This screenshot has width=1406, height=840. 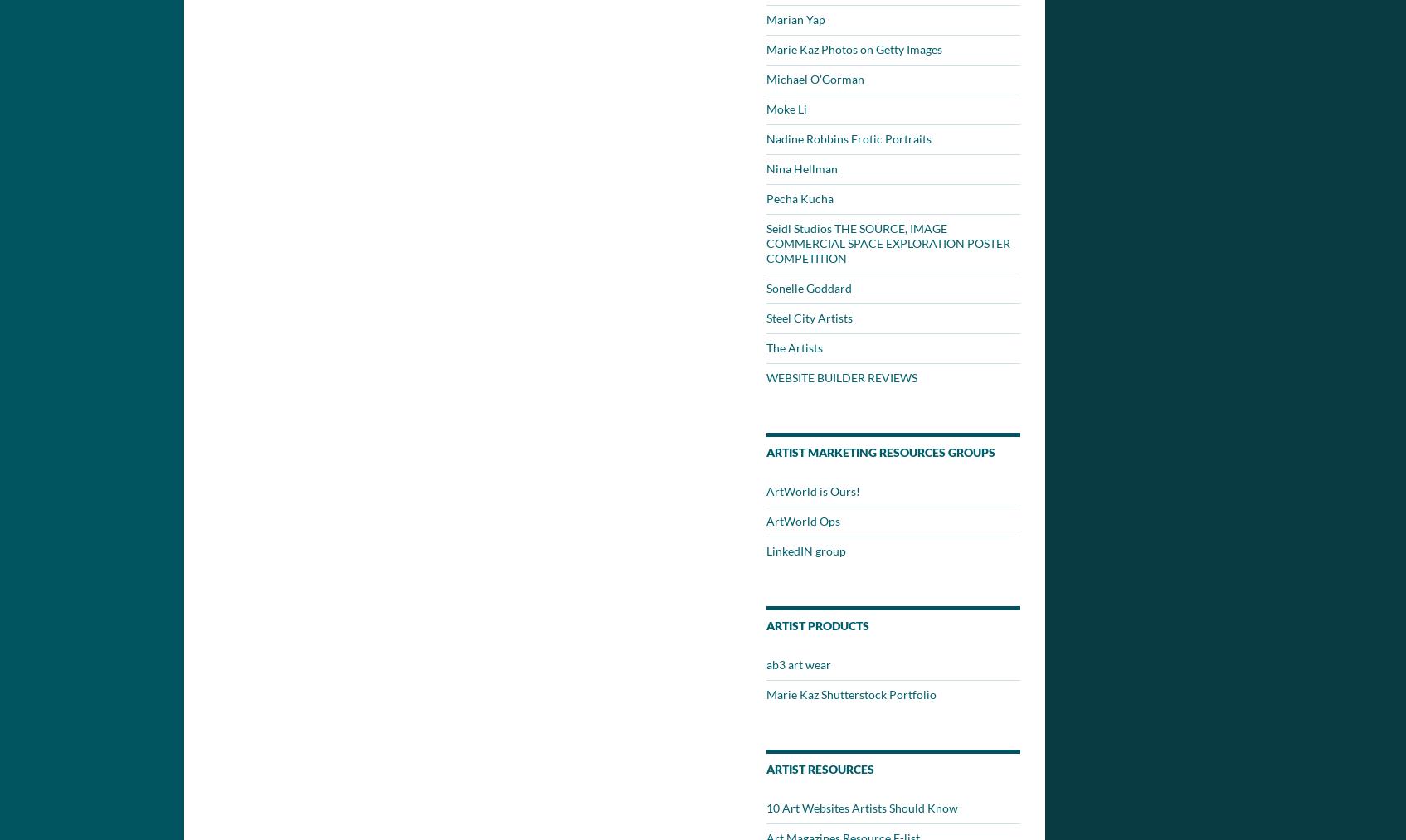 I want to click on 'WEBSITE BUILDER REVIEWS', so click(x=766, y=376).